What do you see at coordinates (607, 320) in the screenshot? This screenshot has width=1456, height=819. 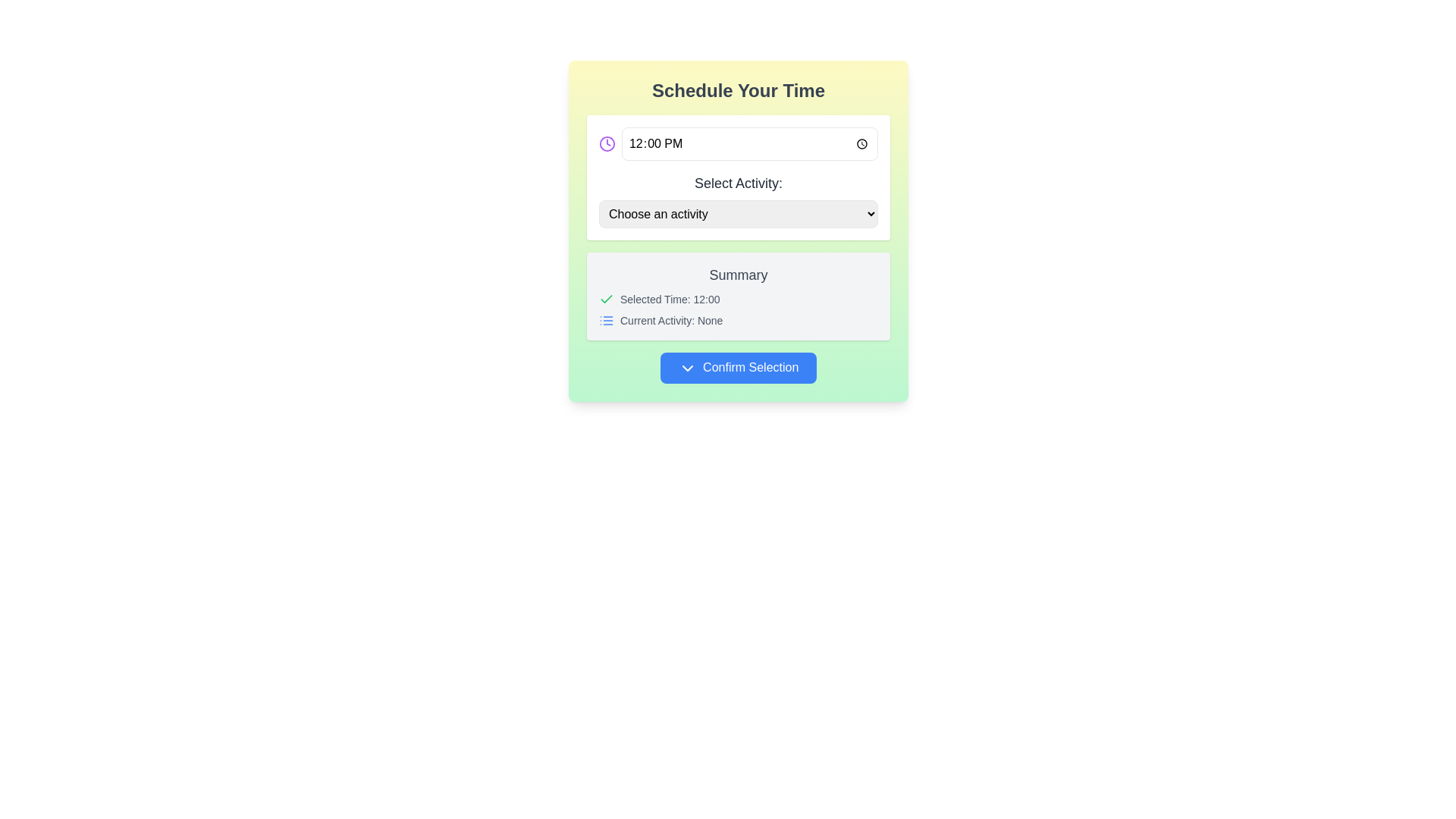 I see `the icon located in the lower portion of the displayed card interface, specifically to the left of the text 'Current Activity: None'` at bounding box center [607, 320].